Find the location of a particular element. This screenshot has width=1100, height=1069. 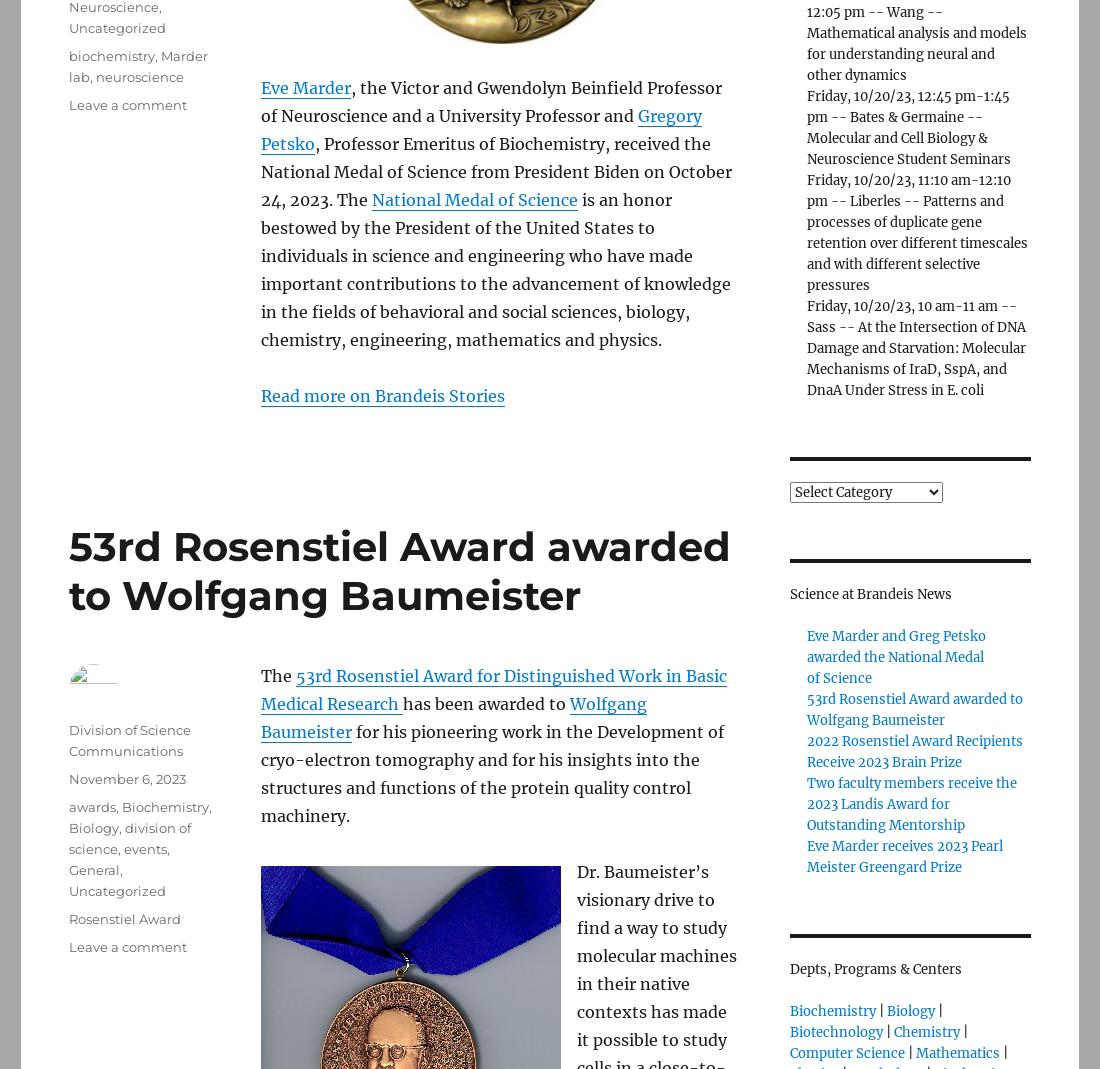

'53rd Rosenstiel Award for Distinguished Work in Basic Medical Research' is located at coordinates (494, 689).